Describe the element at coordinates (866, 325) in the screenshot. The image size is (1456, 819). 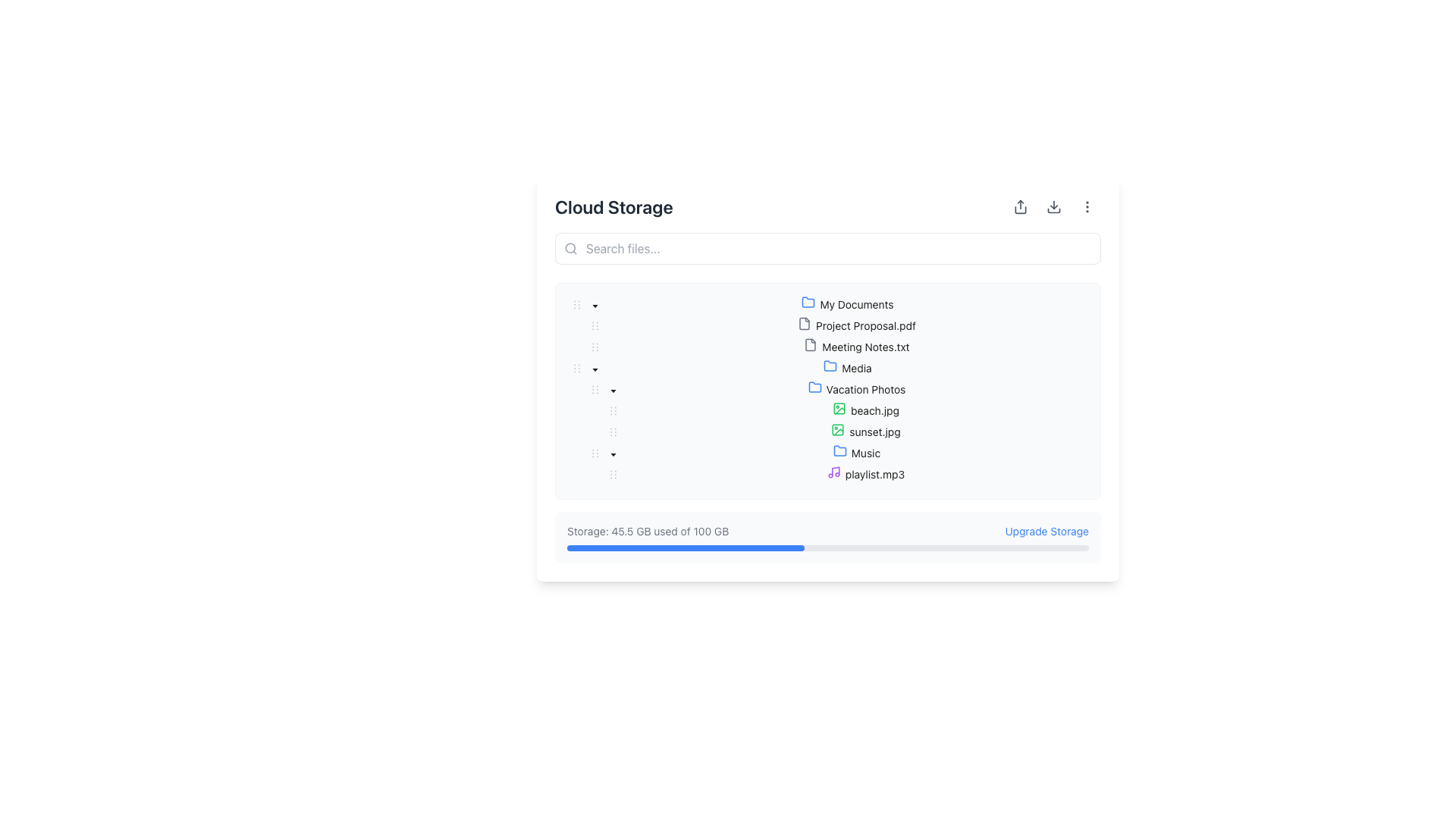
I see `the text element displaying 'Project Proposal.pdf' in the file tree structure under 'My Documents'` at that location.